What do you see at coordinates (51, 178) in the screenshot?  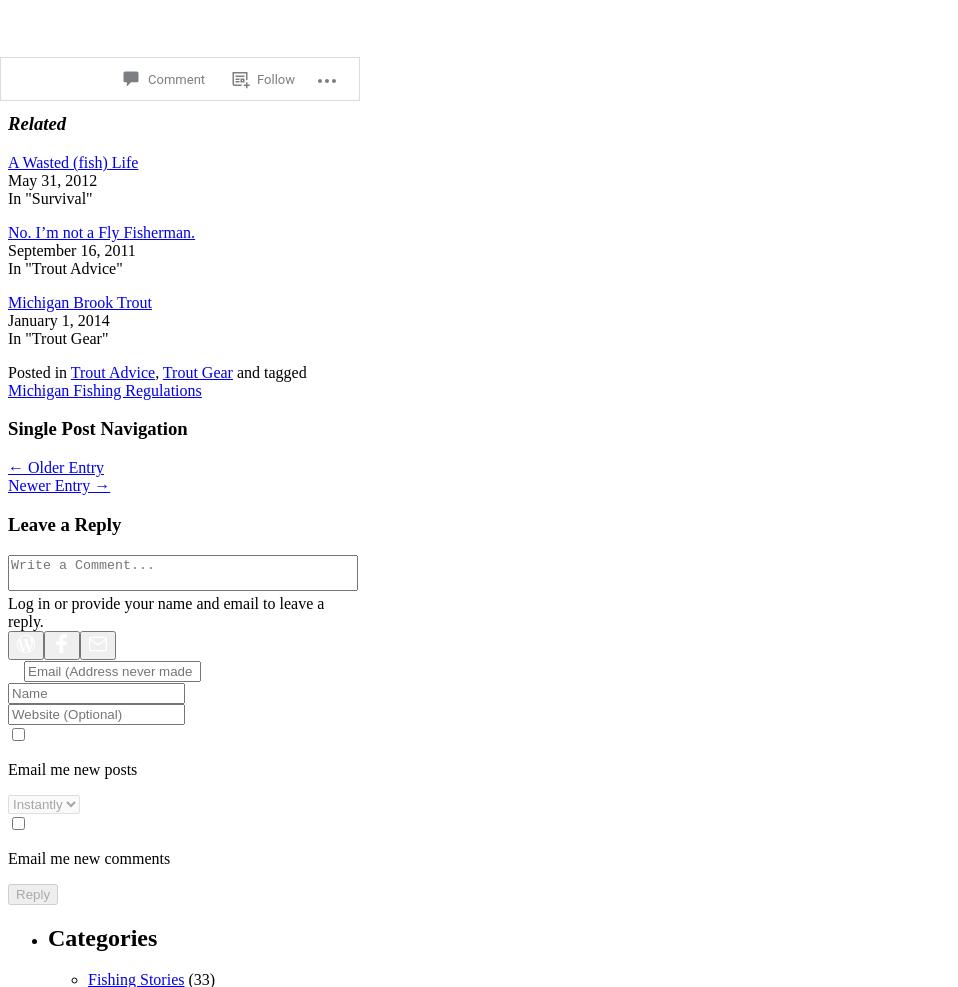 I see `'May 31, 2012'` at bounding box center [51, 178].